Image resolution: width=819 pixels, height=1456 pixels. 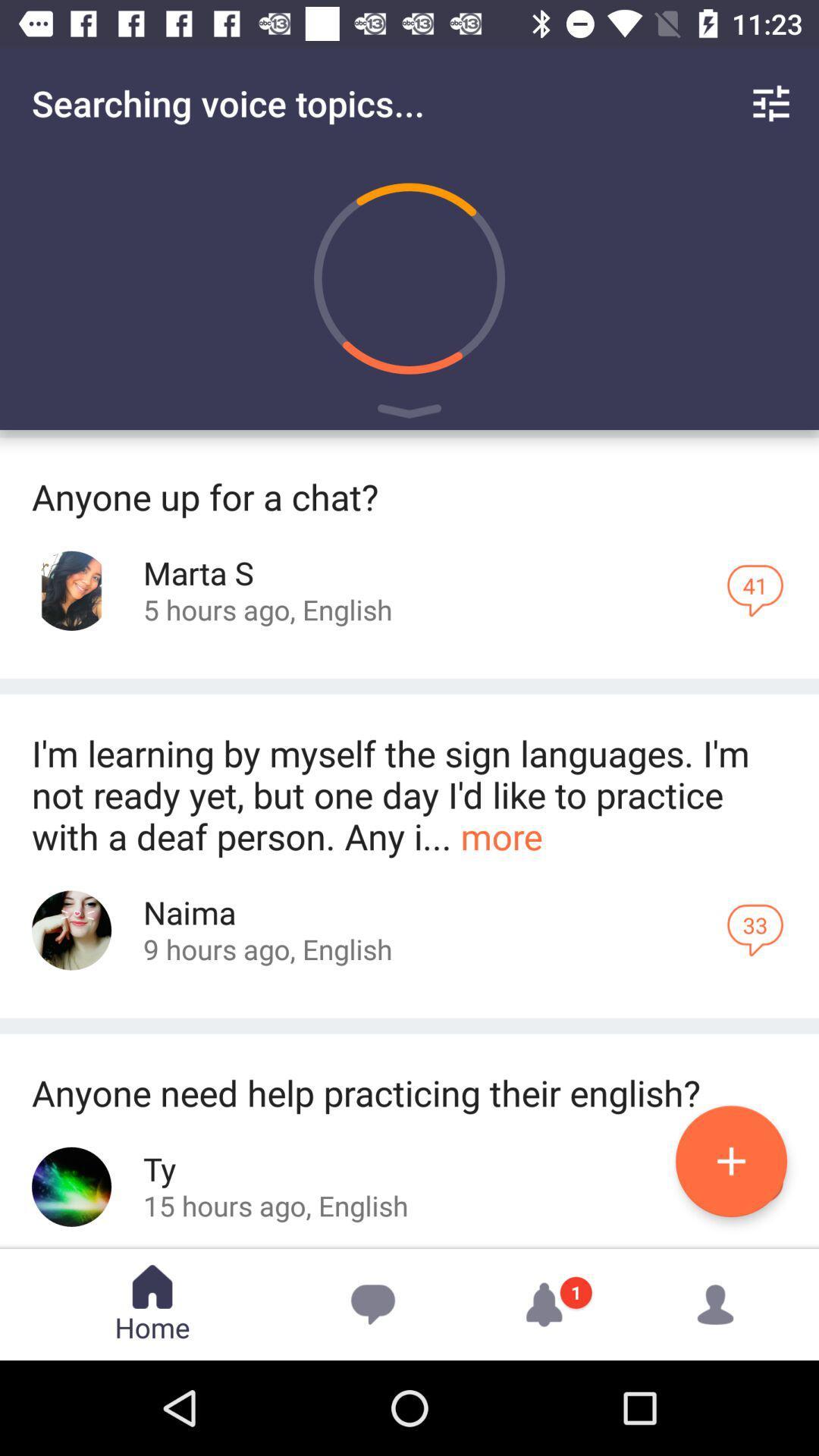 What do you see at coordinates (71, 1186) in the screenshot?
I see `profile page` at bounding box center [71, 1186].